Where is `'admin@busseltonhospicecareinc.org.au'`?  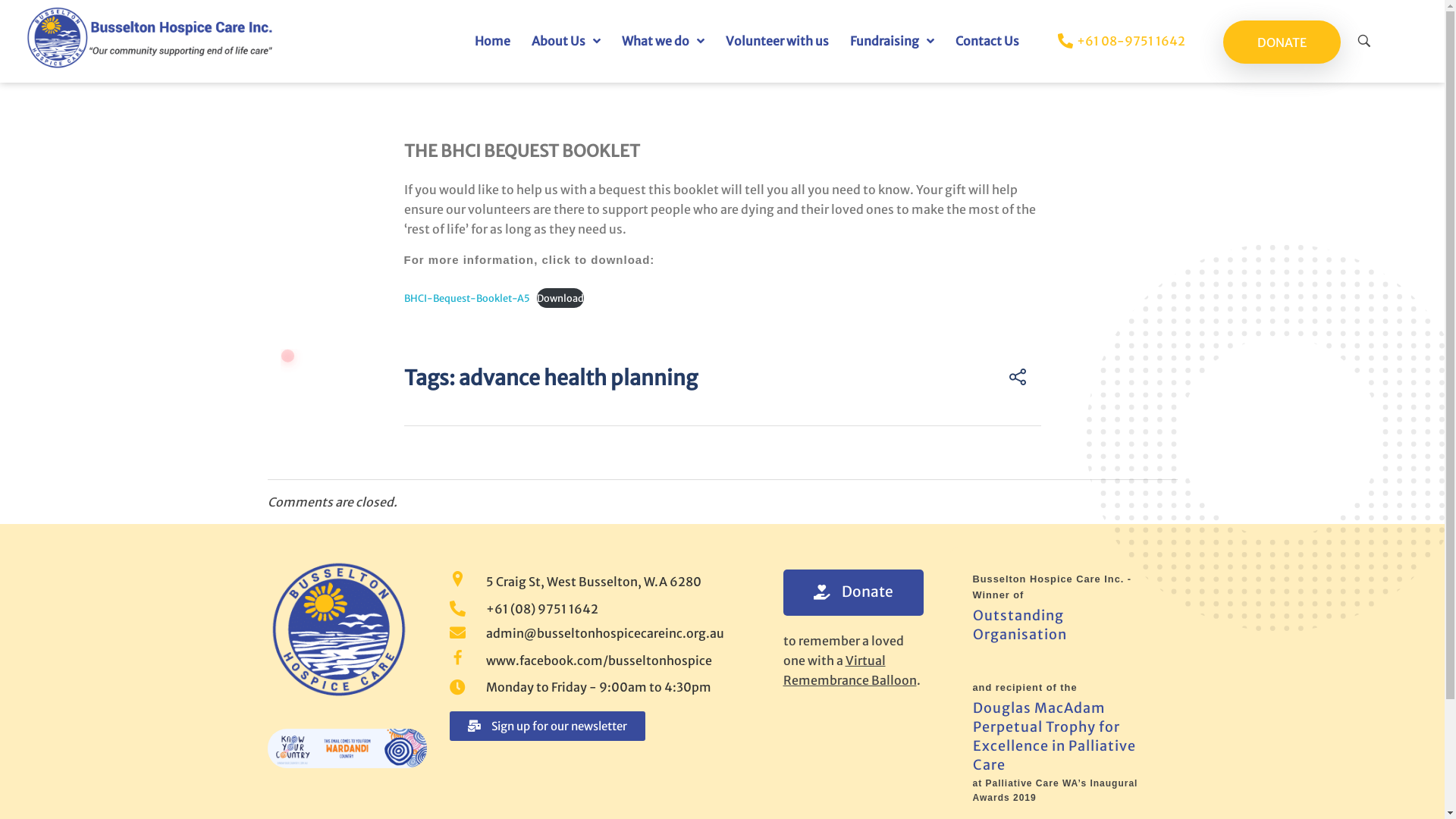
'admin@busseltonhospicecareinc.org.au' is located at coordinates (596, 632).